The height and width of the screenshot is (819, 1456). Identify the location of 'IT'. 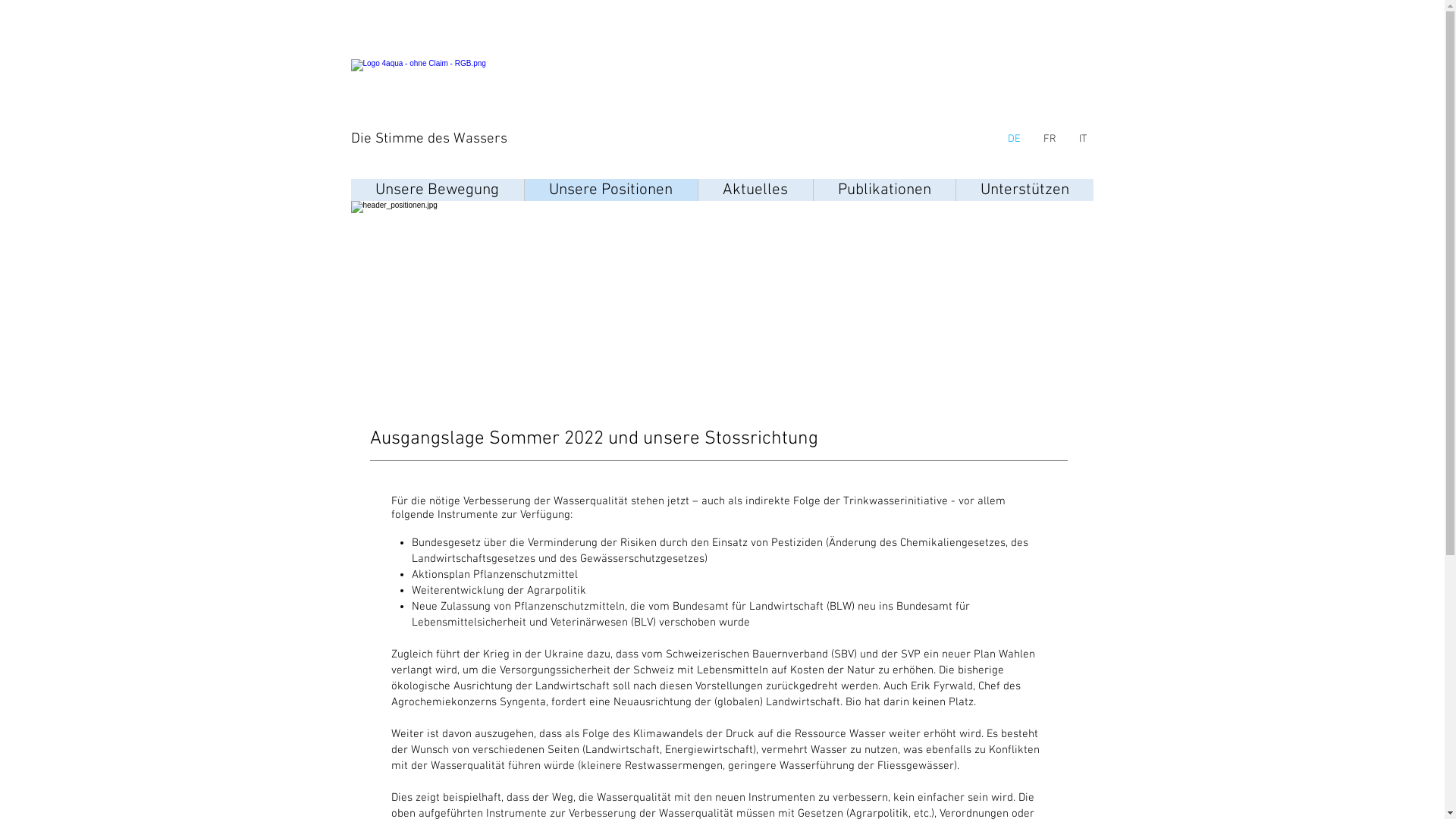
(1081, 140).